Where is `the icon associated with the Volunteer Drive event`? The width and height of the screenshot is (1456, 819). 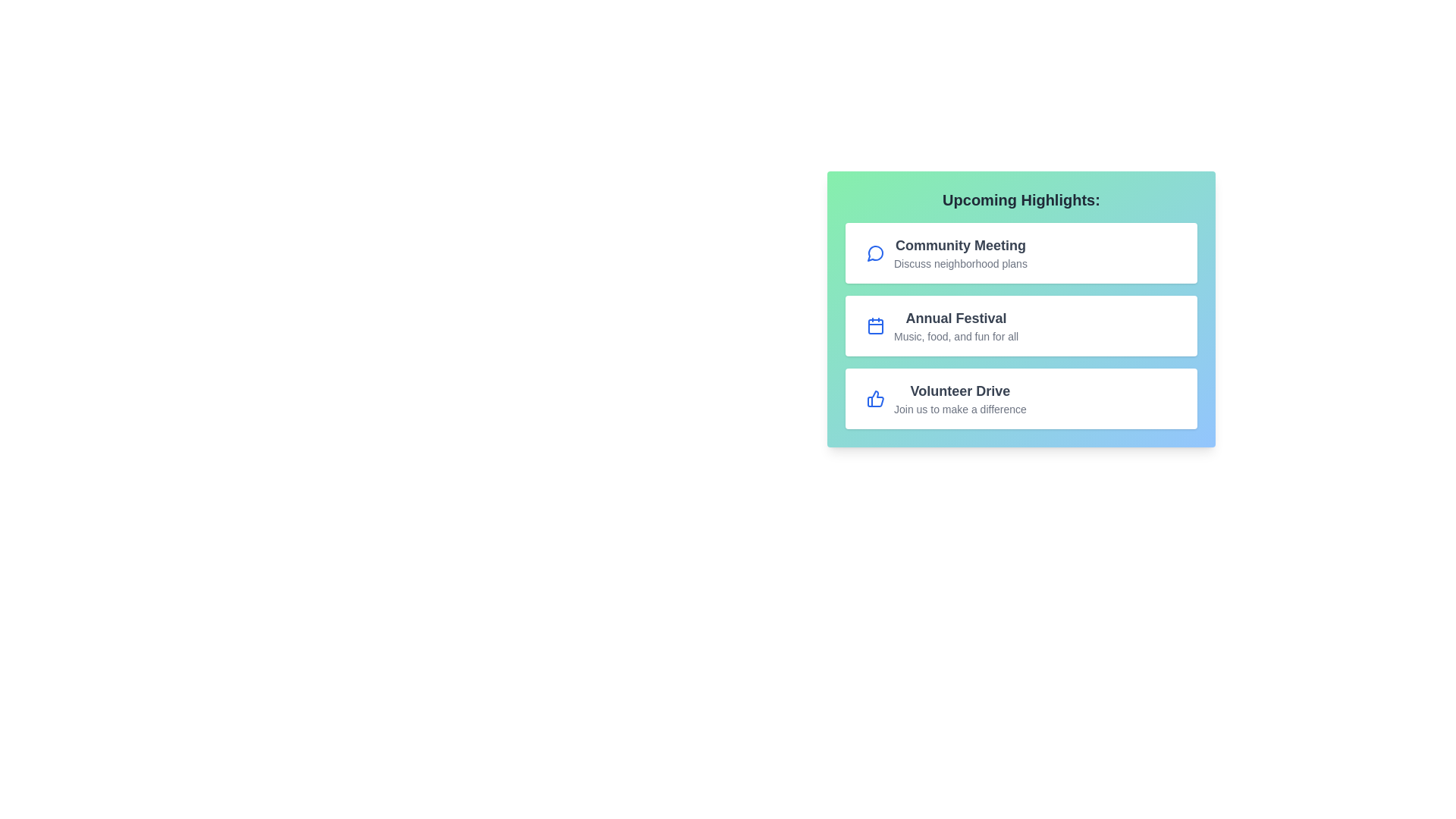
the icon associated with the Volunteer Drive event is located at coordinates (876, 397).